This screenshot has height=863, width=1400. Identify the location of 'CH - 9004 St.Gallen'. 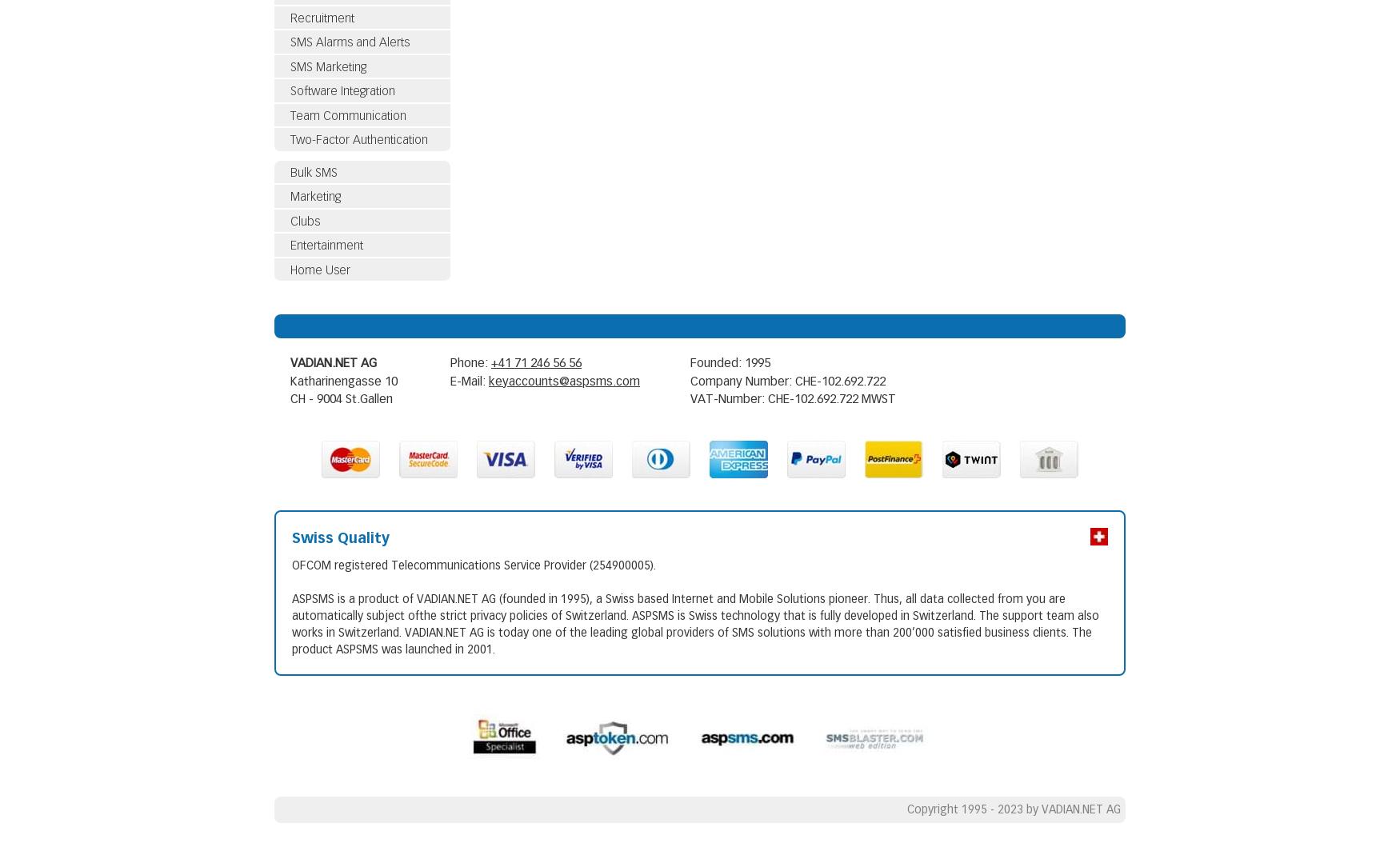
(290, 399).